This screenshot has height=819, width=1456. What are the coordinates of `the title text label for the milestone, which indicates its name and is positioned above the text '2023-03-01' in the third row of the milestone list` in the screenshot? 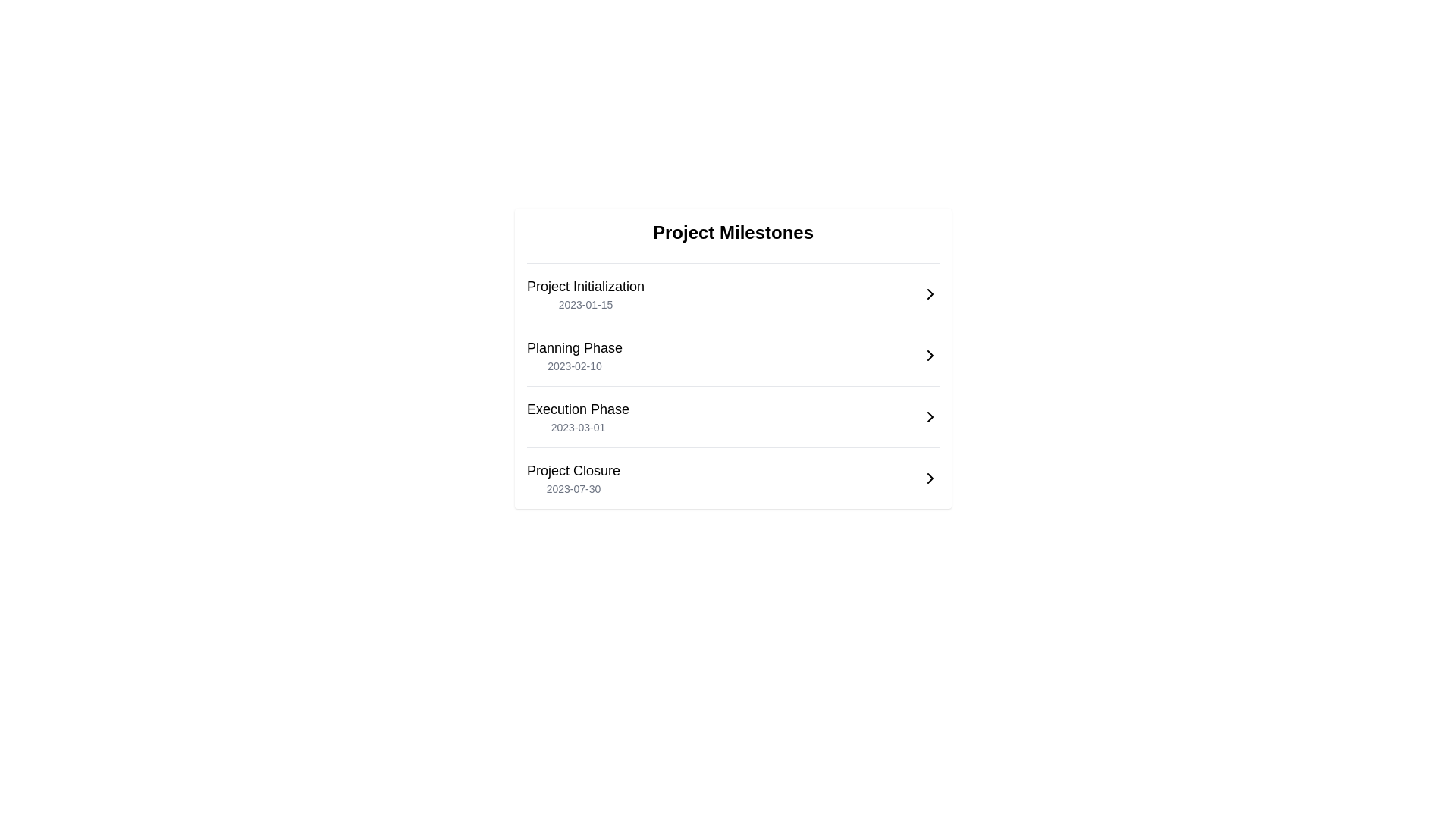 It's located at (577, 409).